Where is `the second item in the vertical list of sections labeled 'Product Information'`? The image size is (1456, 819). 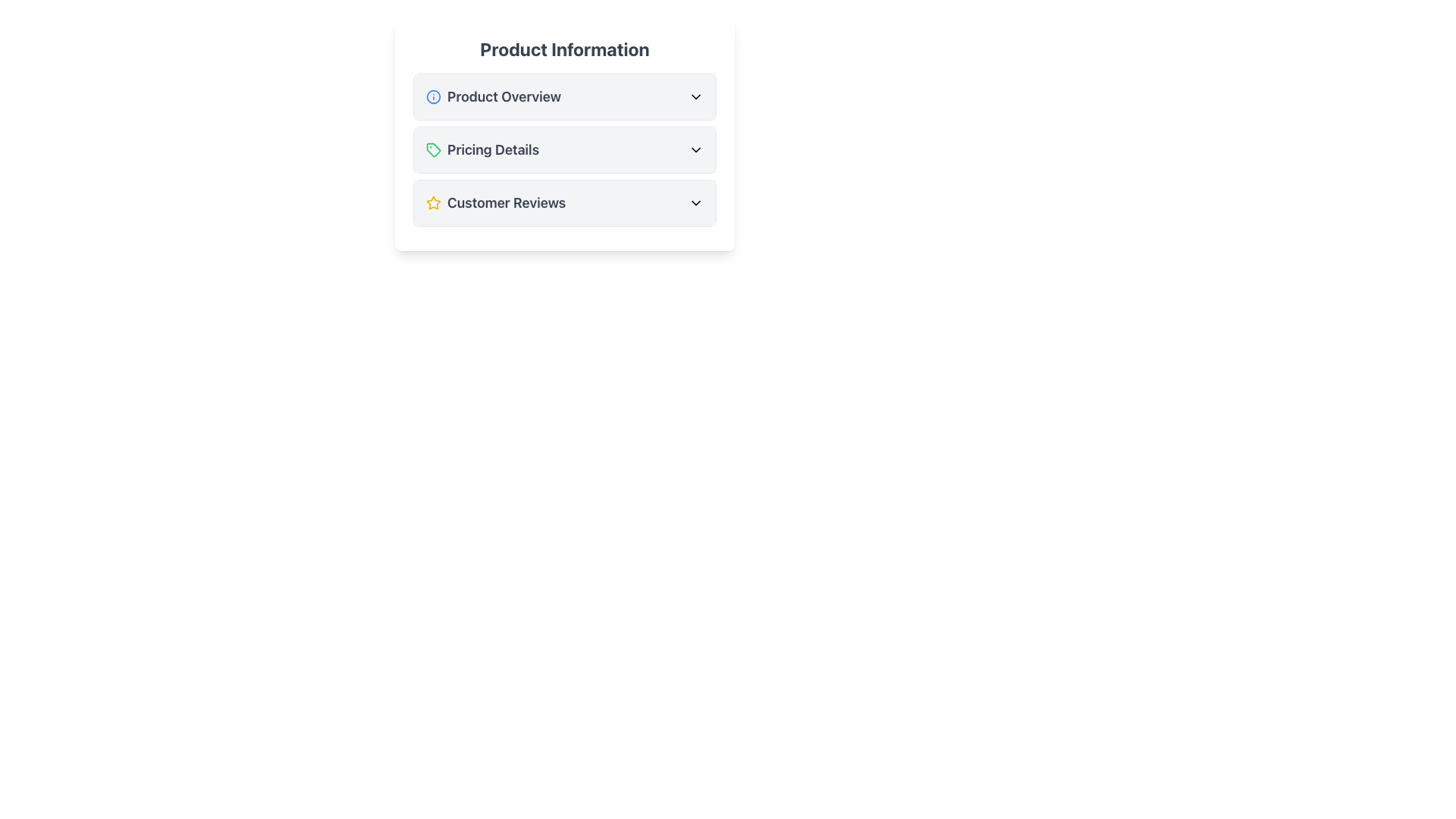
the second item in the vertical list of sections labeled 'Product Information' is located at coordinates (482, 149).